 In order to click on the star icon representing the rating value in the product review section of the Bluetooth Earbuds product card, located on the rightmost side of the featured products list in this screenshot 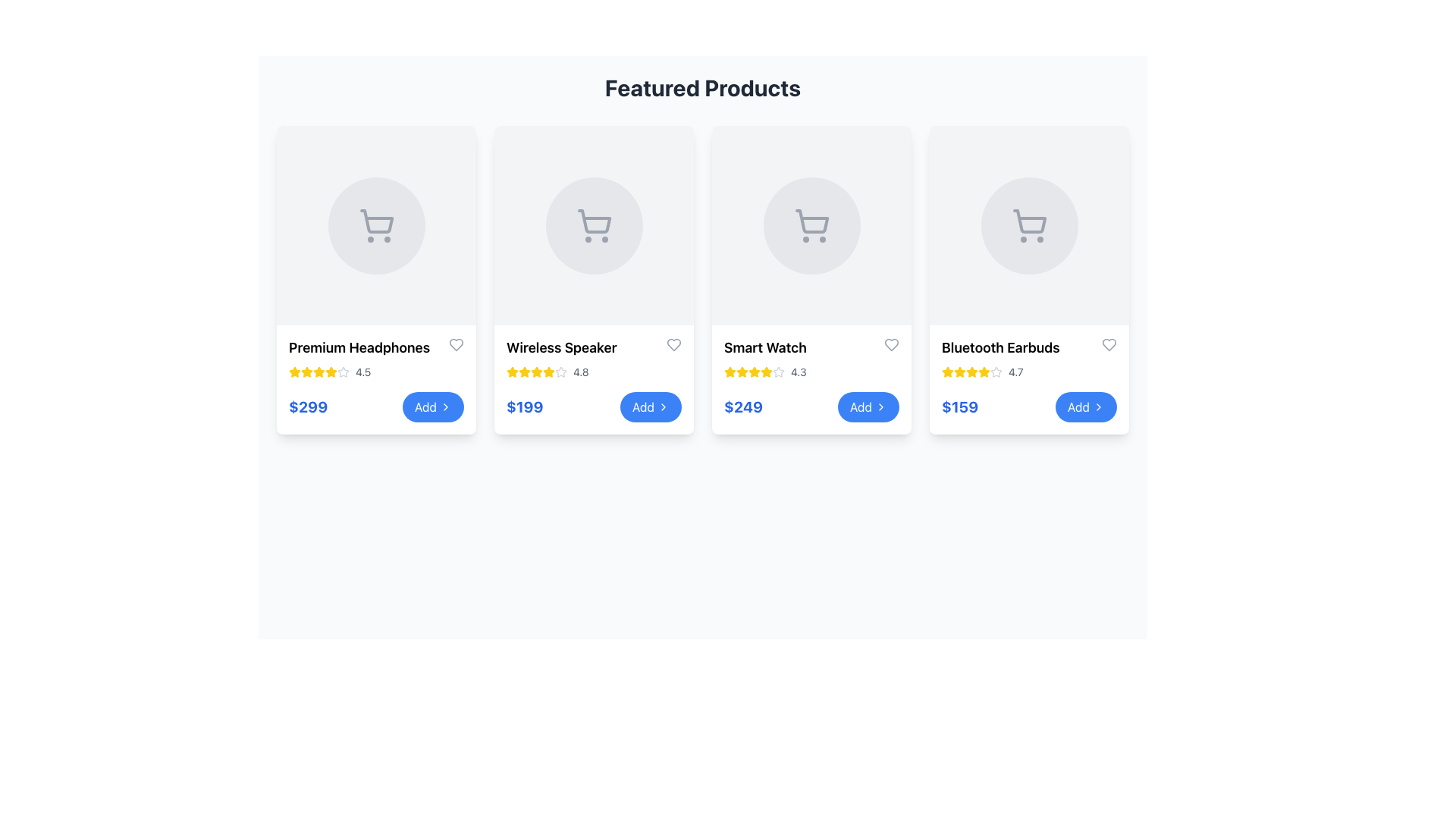, I will do `click(971, 372)`.